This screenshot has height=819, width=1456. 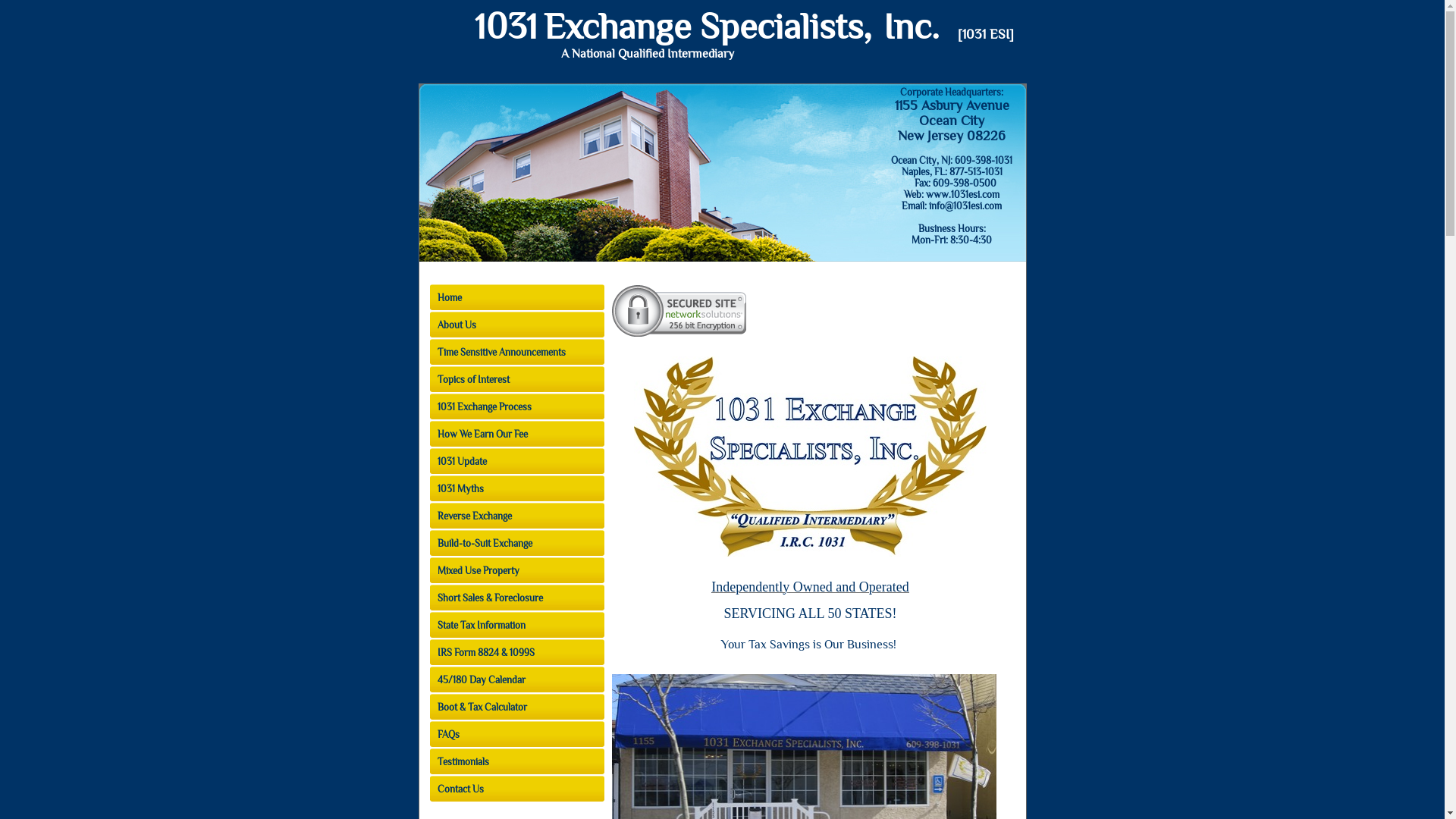 What do you see at coordinates (516, 406) in the screenshot?
I see `'1031 Exchange Process'` at bounding box center [516, 406].